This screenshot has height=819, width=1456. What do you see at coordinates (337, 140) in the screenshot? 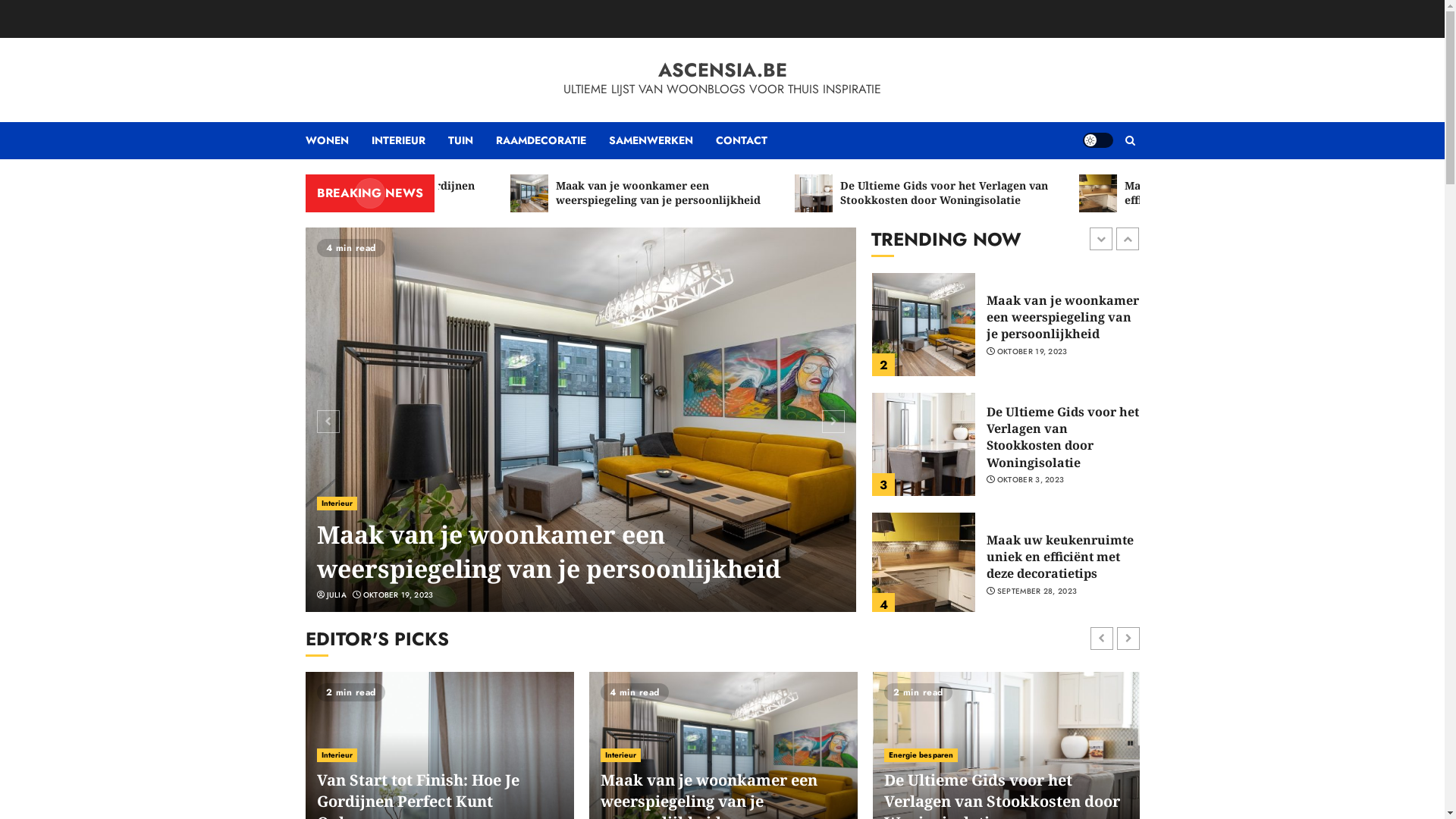
I see `'WONEN'` at bounding box center [337, 140].